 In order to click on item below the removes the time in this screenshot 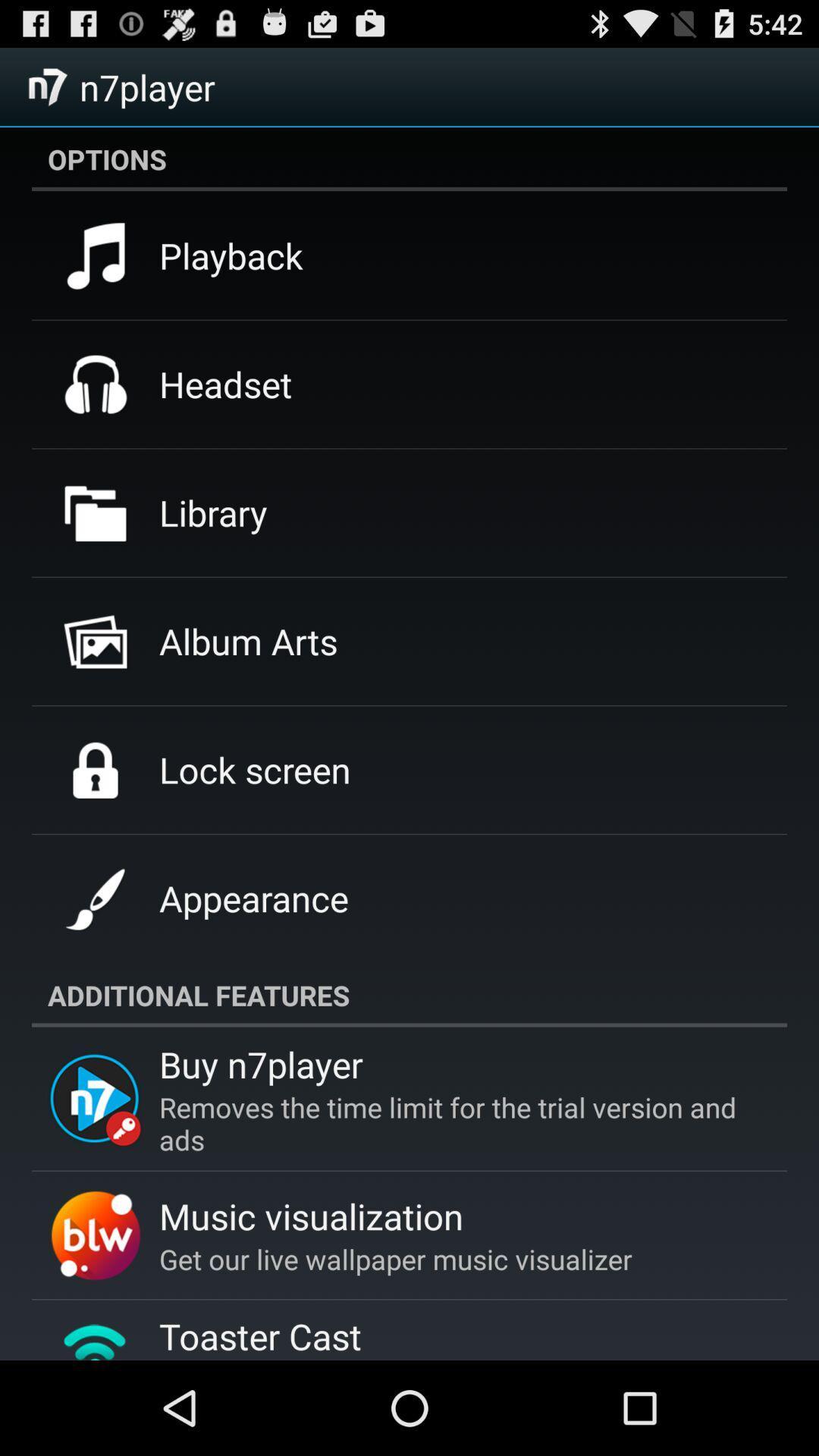, I will do `click(310, 1216)`.